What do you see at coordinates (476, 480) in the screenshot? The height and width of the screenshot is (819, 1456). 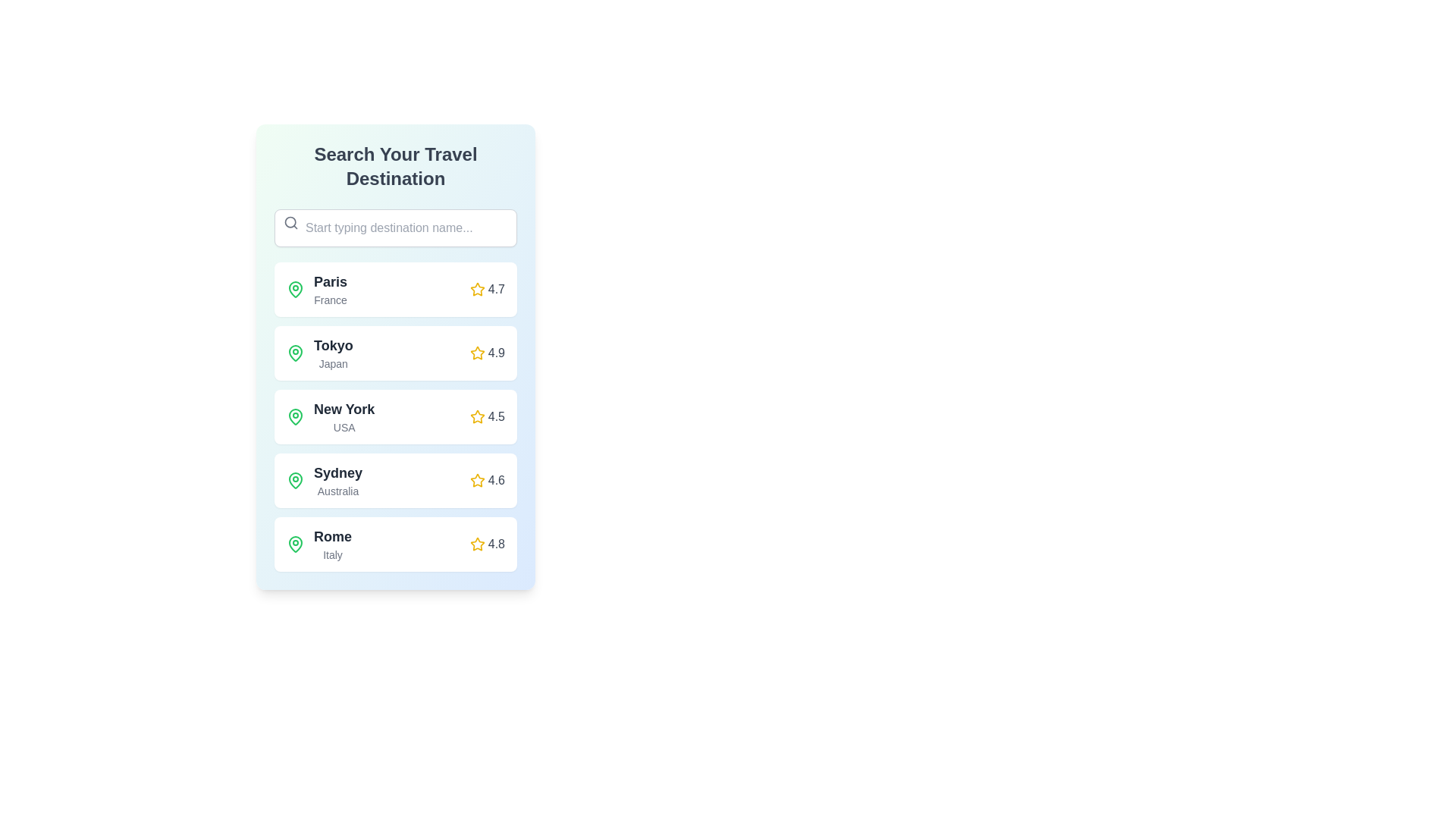 I see `the decorative icon indicating rating or favorite status, located to the left of the text '4.6' in the row containing 'Sydney' and 'Australia'` at bounding box center [476, 480].